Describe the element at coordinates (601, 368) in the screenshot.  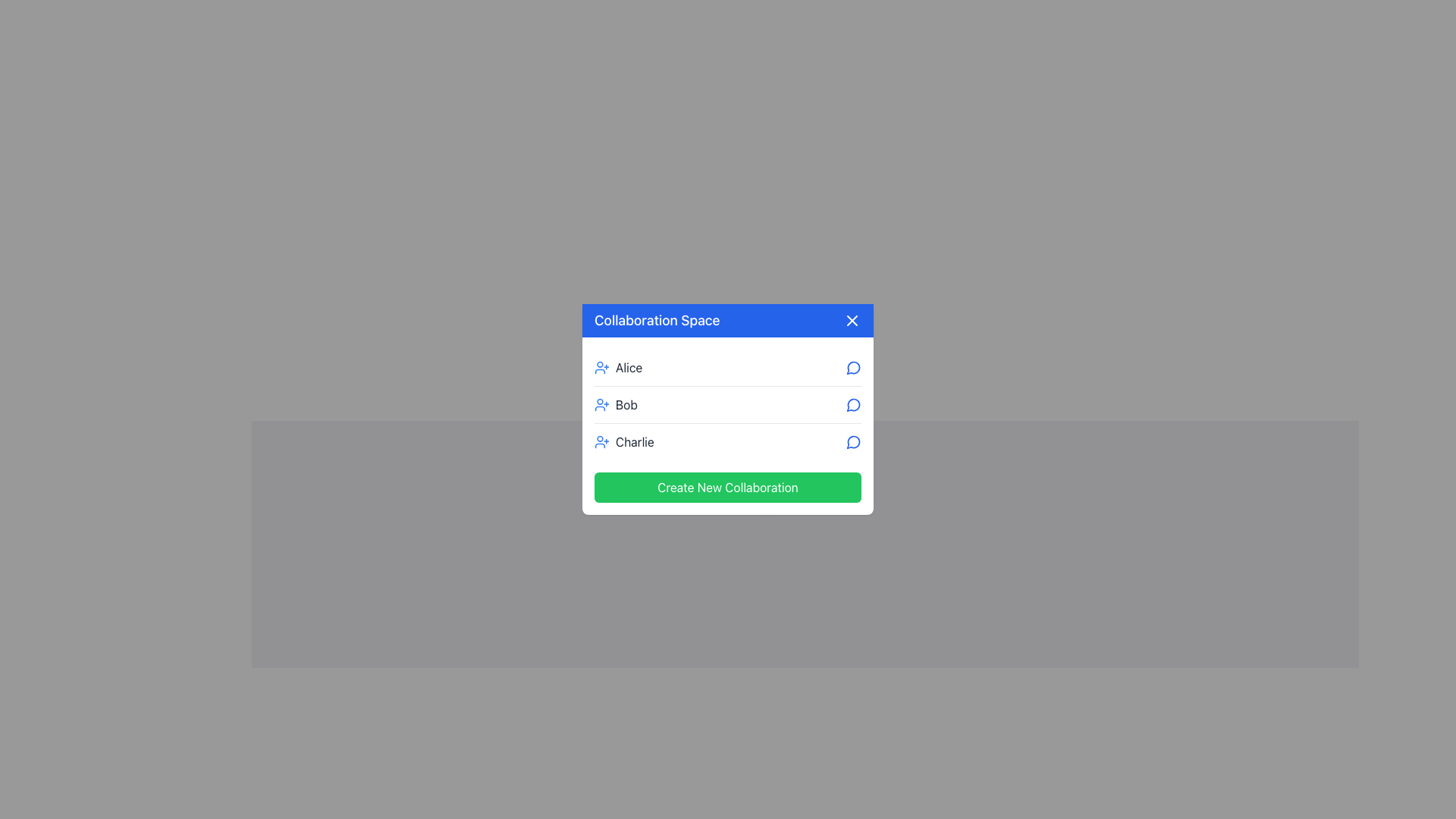
I see `the blue icon to the left of the text label 'Alice' in the first row of the user list in the 'Collaboration Space' dialog box to initiate an action` at that location.